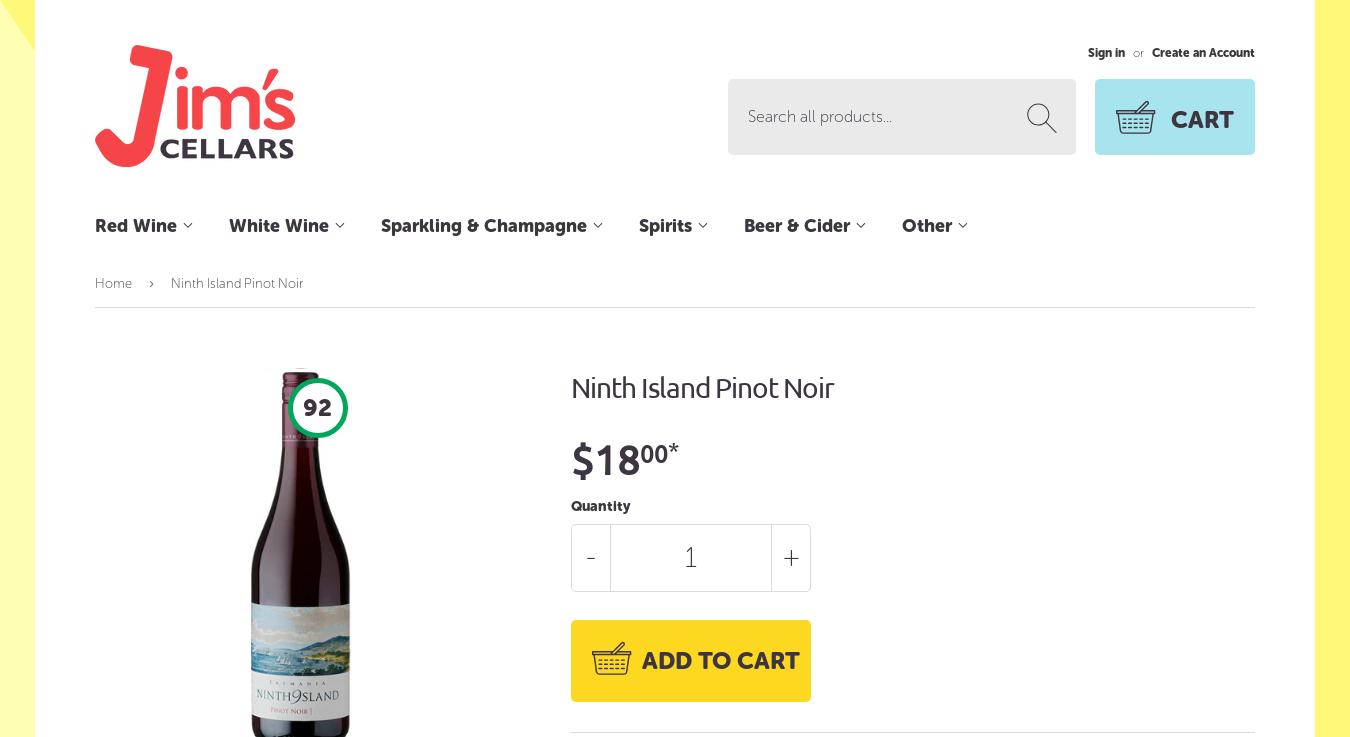  I want to click on 'Tequila', so click(667, 424).